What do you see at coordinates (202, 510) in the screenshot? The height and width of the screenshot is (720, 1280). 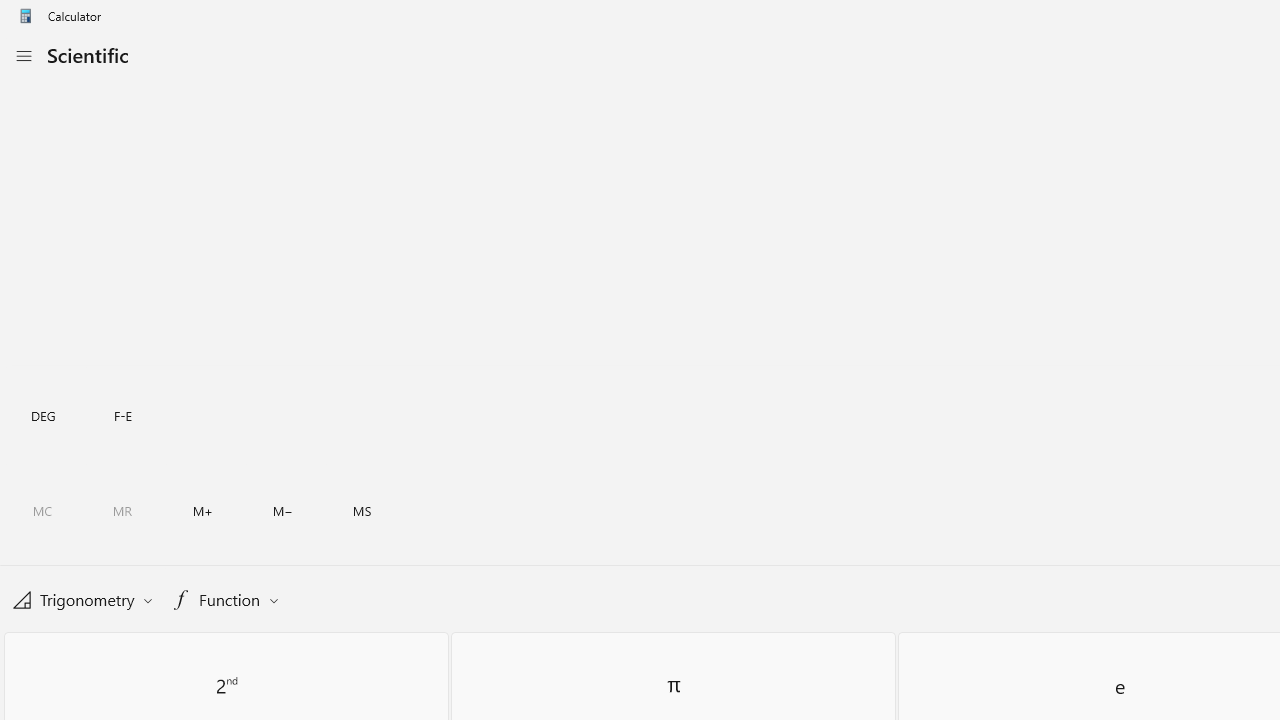 I see `'Memory add'` at bounding box center [202, 510].